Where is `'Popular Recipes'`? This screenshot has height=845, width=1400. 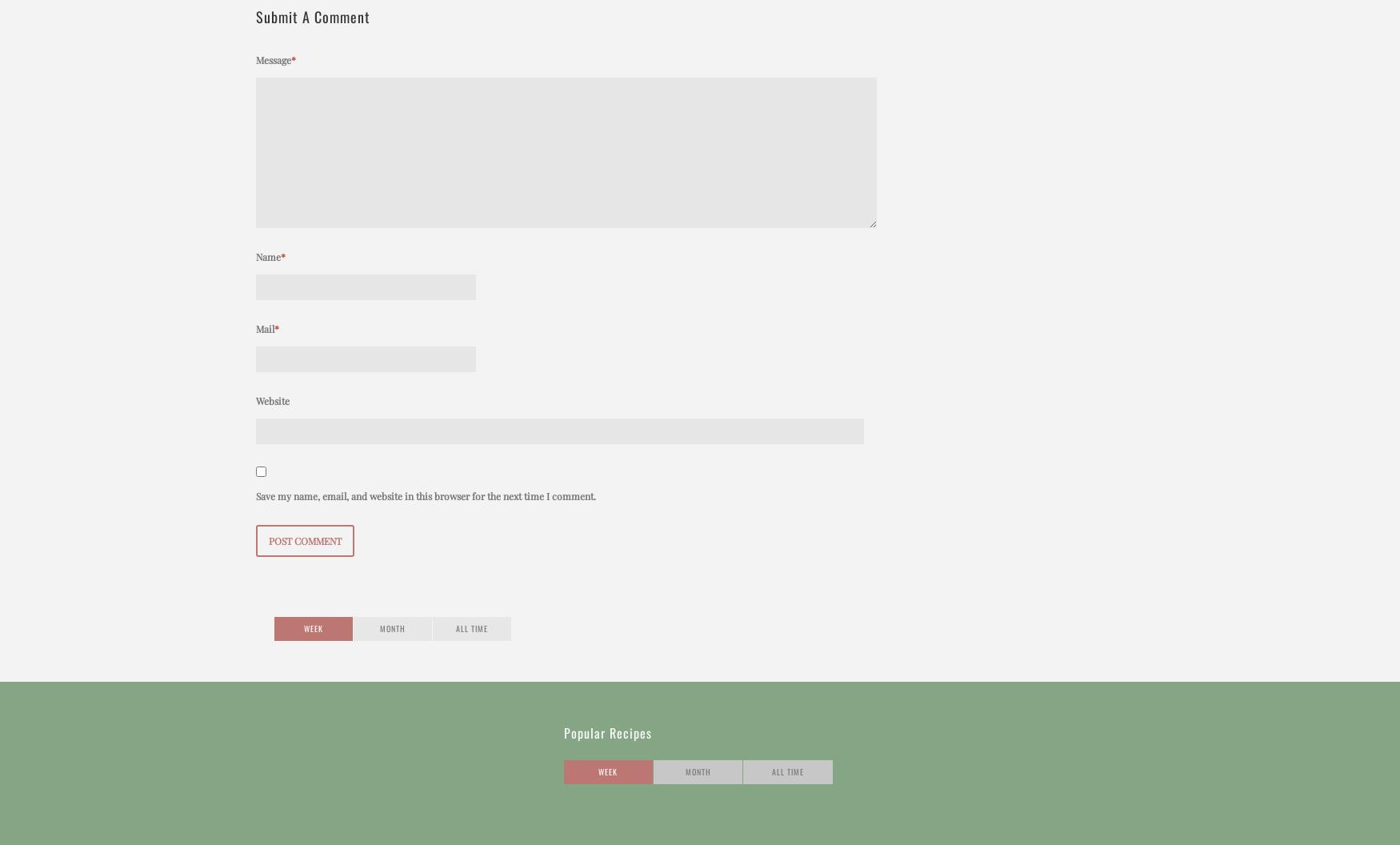 'Popular Recipes' is located at coordinates (606, 731).